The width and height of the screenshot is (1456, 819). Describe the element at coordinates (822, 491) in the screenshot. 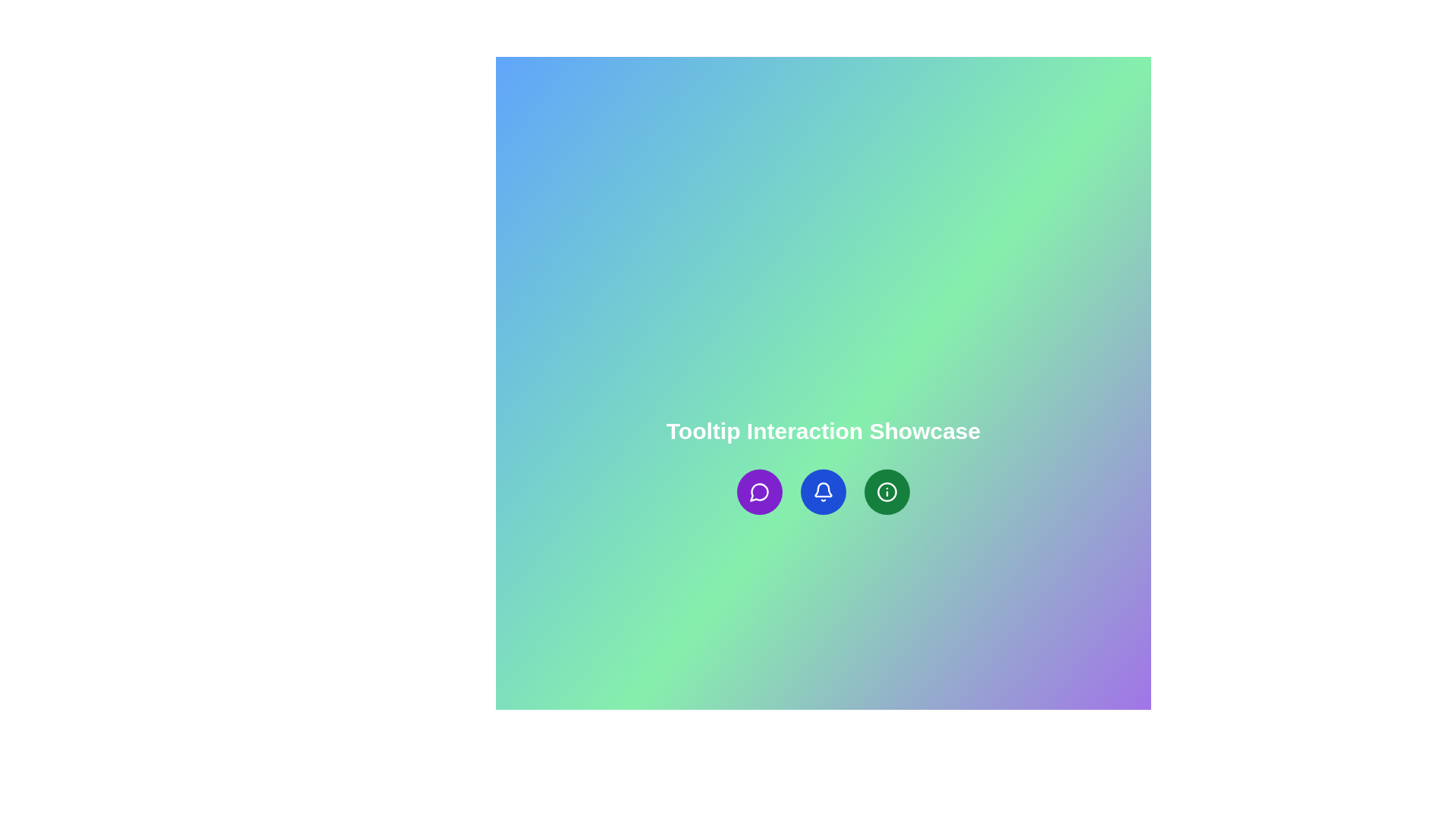

I see `the notification bell icon, which is centrally positioned inside a blue circular button` at that location.